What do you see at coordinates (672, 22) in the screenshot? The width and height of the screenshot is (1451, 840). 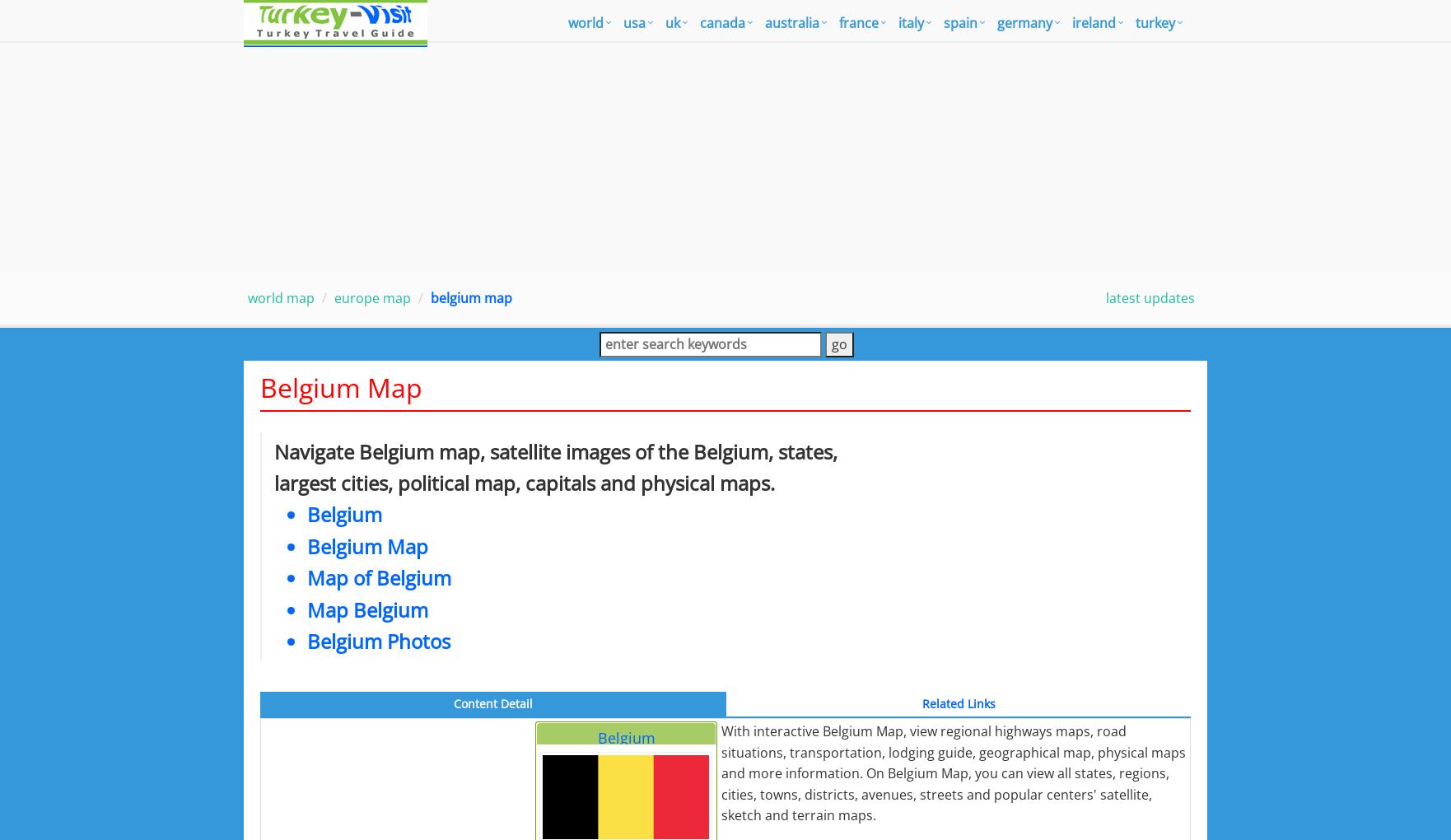 I see `'UK'` at bounding box center [672, 22].